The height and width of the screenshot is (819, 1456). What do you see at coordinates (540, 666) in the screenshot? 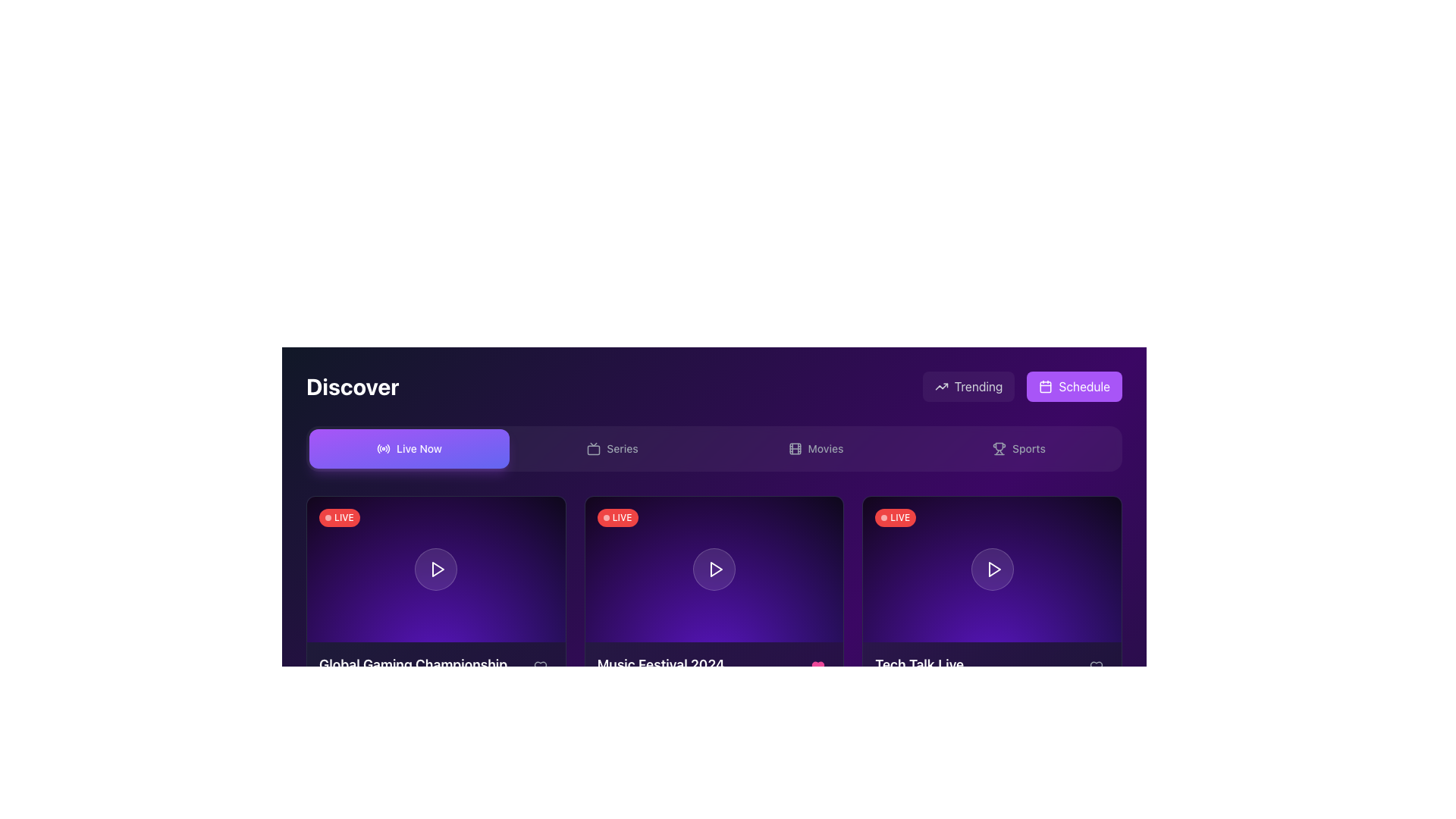
I see `the heart icon located in the bottom-right corner of the 'Music Festival 2024' card to favorite or like the content` at bounding box center [540, 666].